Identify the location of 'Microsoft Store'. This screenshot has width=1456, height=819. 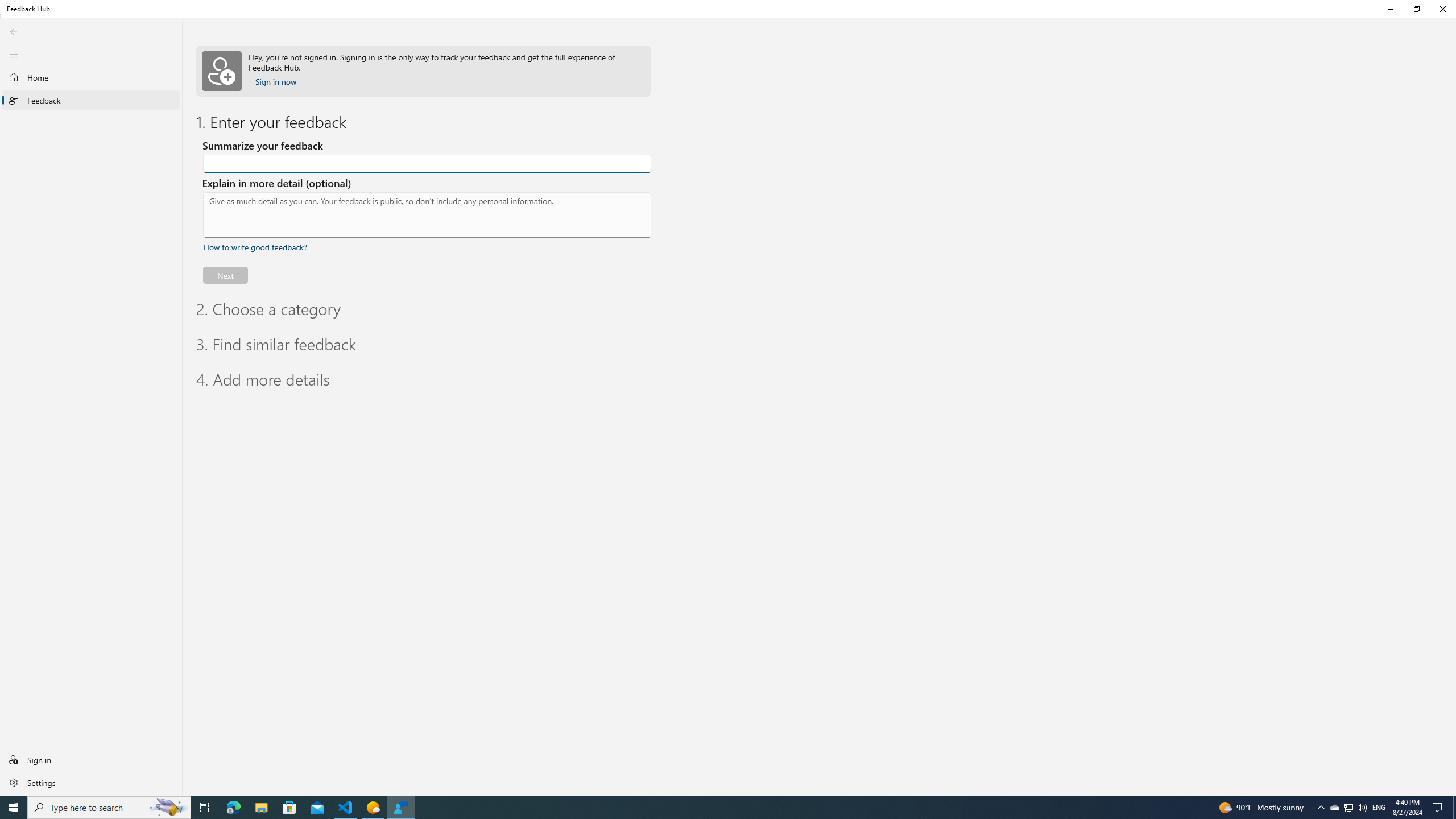
(289, 806).